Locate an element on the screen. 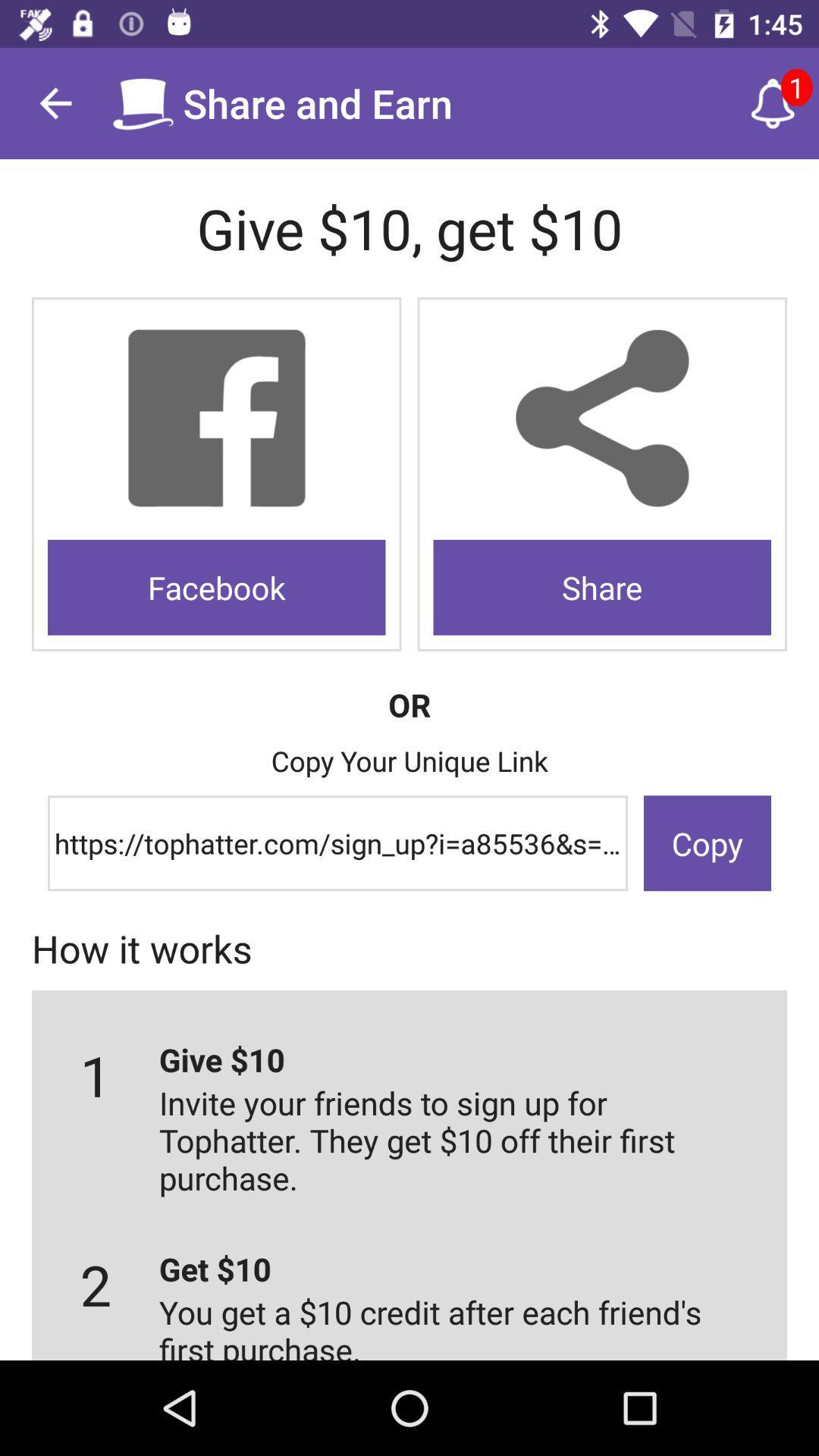  item above give 10 get is located at coordinates (55, 102).